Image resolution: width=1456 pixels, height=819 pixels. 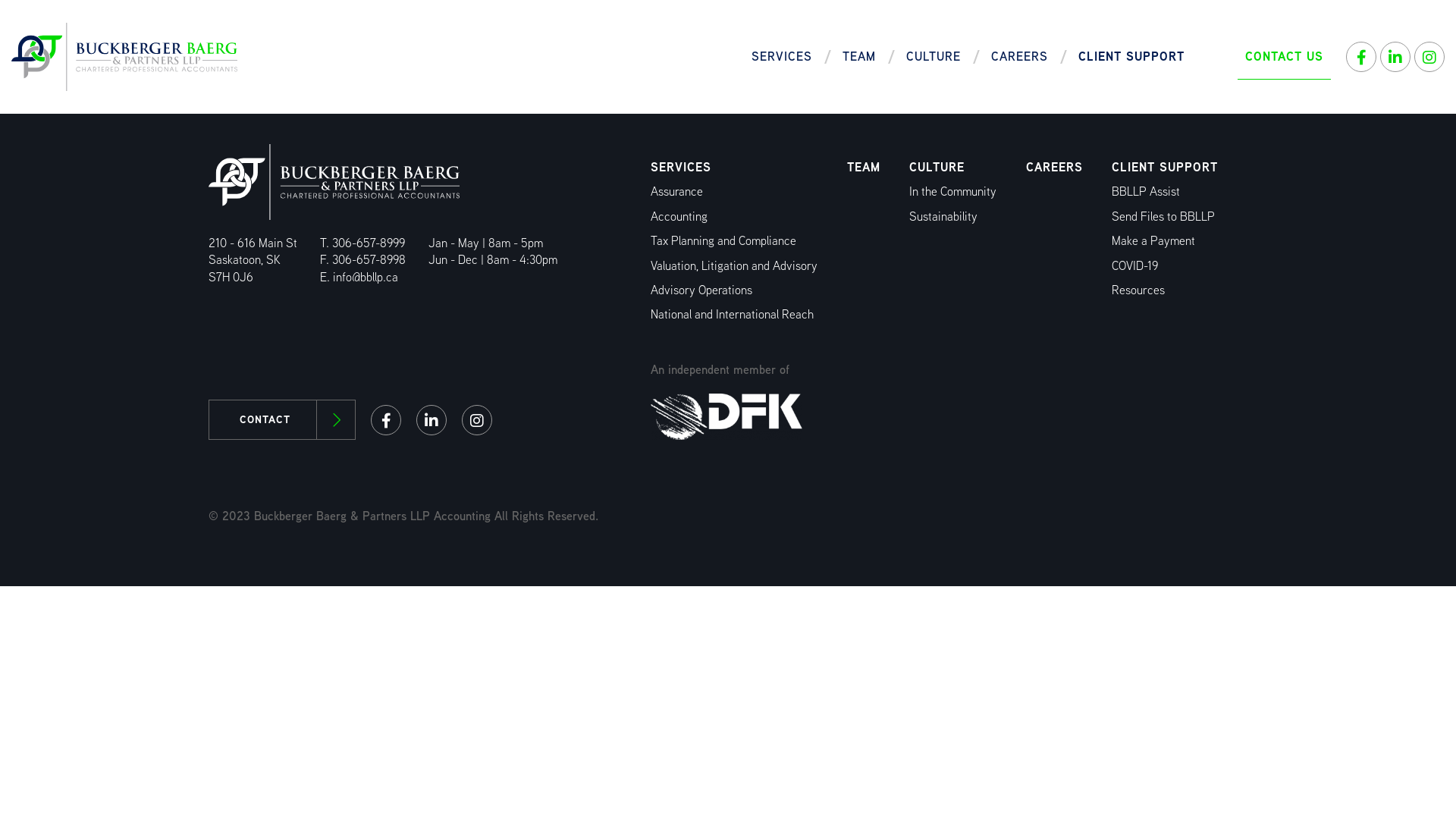 I want to click on 'In the Community', so click(x=952, y=190).